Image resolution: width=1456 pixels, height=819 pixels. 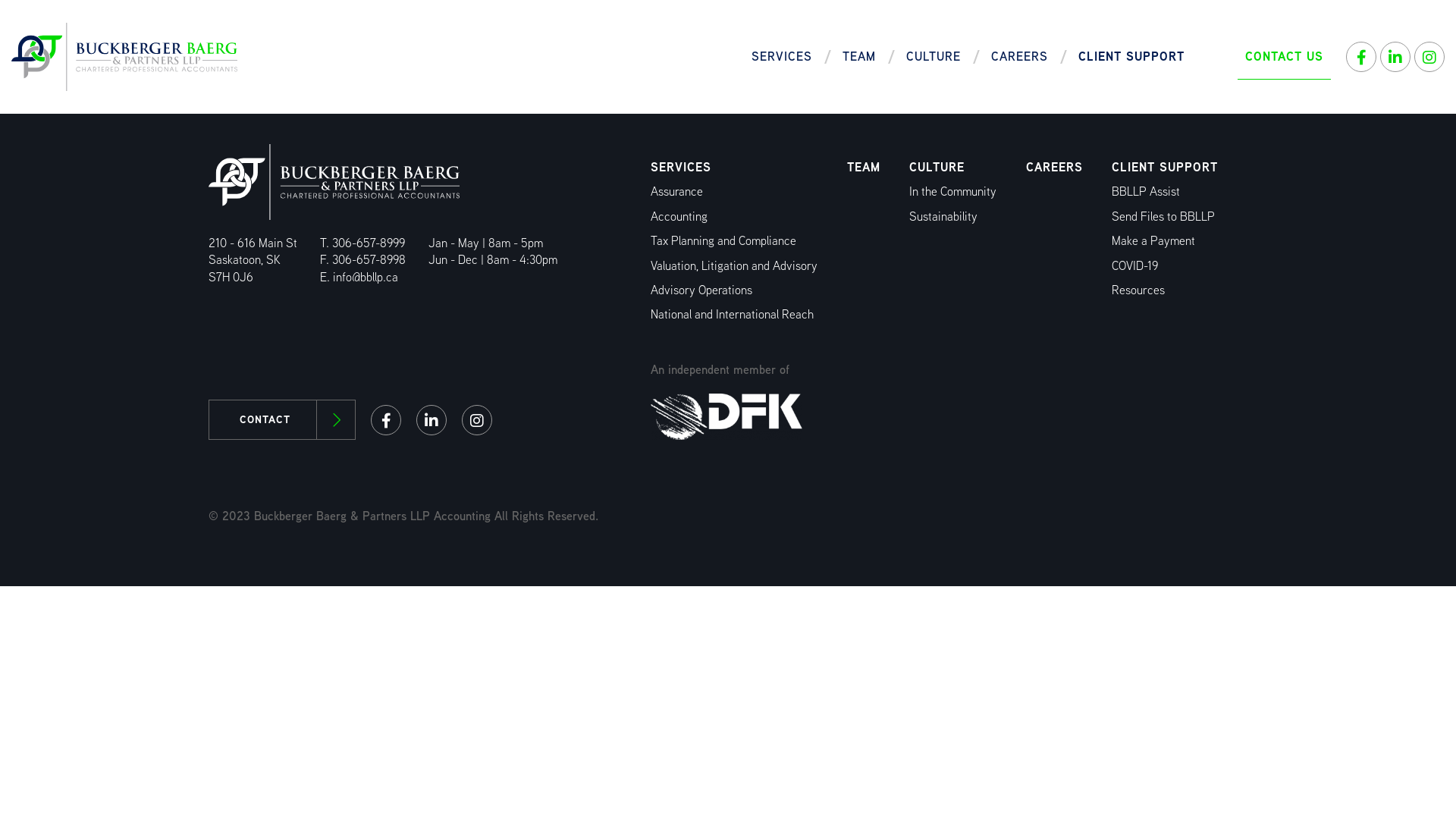 I want to click on 'In the Community', so click(x=952, y=190).